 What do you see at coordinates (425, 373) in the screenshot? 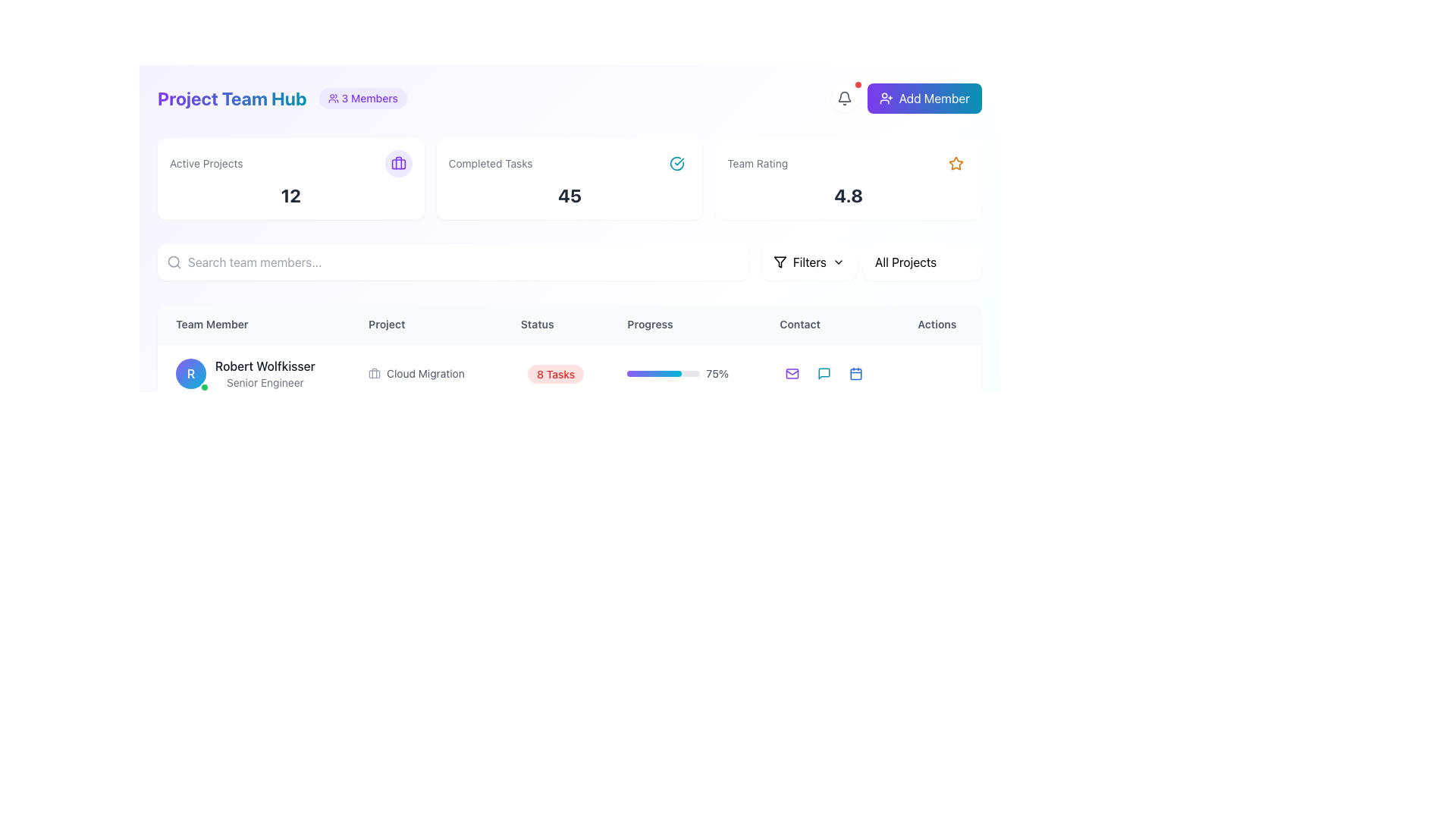
I see `the 'Cloud Migration' label with a briefcase icon, which is positioned in the 'Project' column of the table next to 'Robert Wolfkisser' and '8 Tasks'` at bounding box center [425, 373].